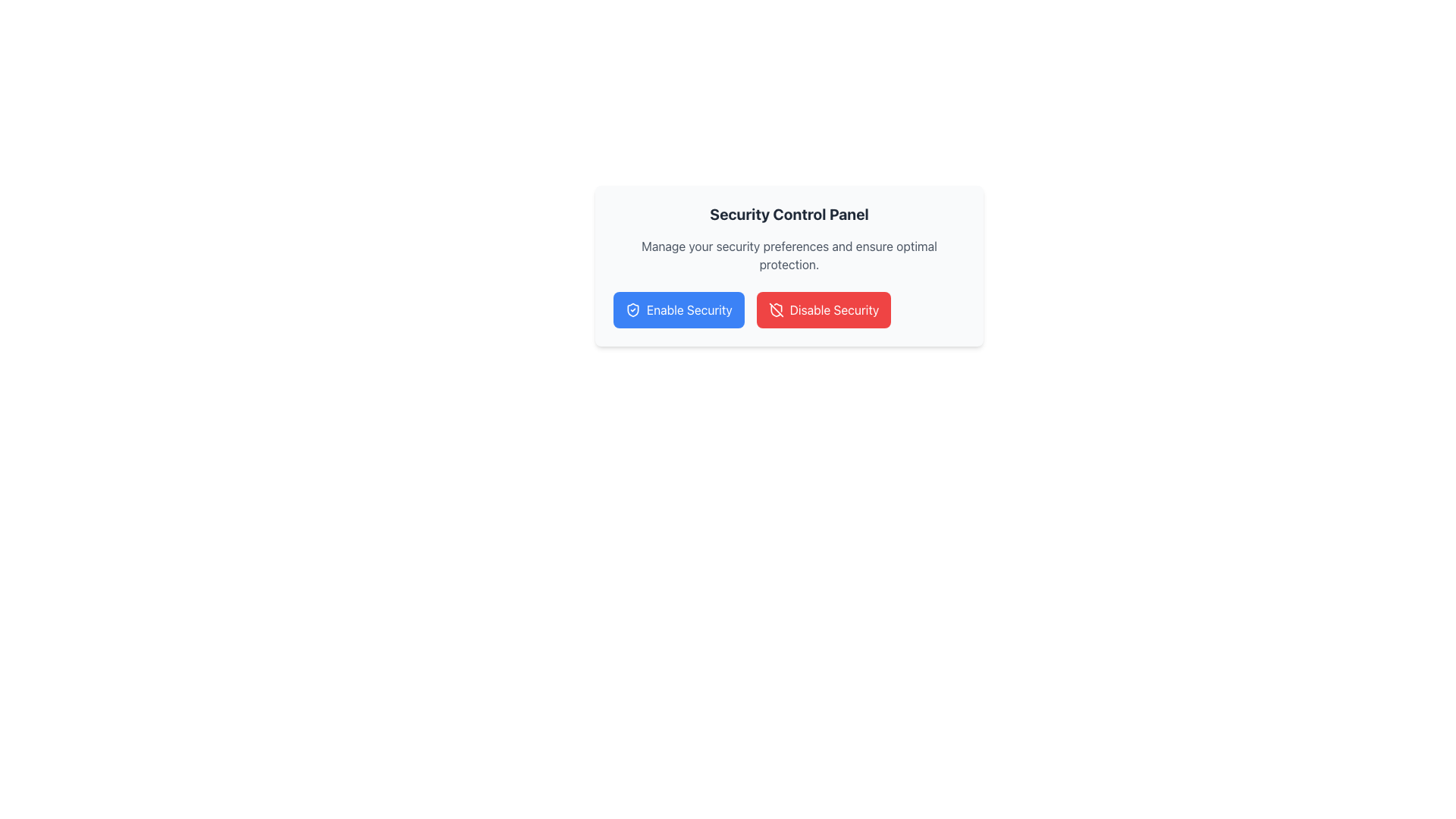  I want to click on the rectangular button with a red background and white text that reads 'Disable Security', so click(823, 309).